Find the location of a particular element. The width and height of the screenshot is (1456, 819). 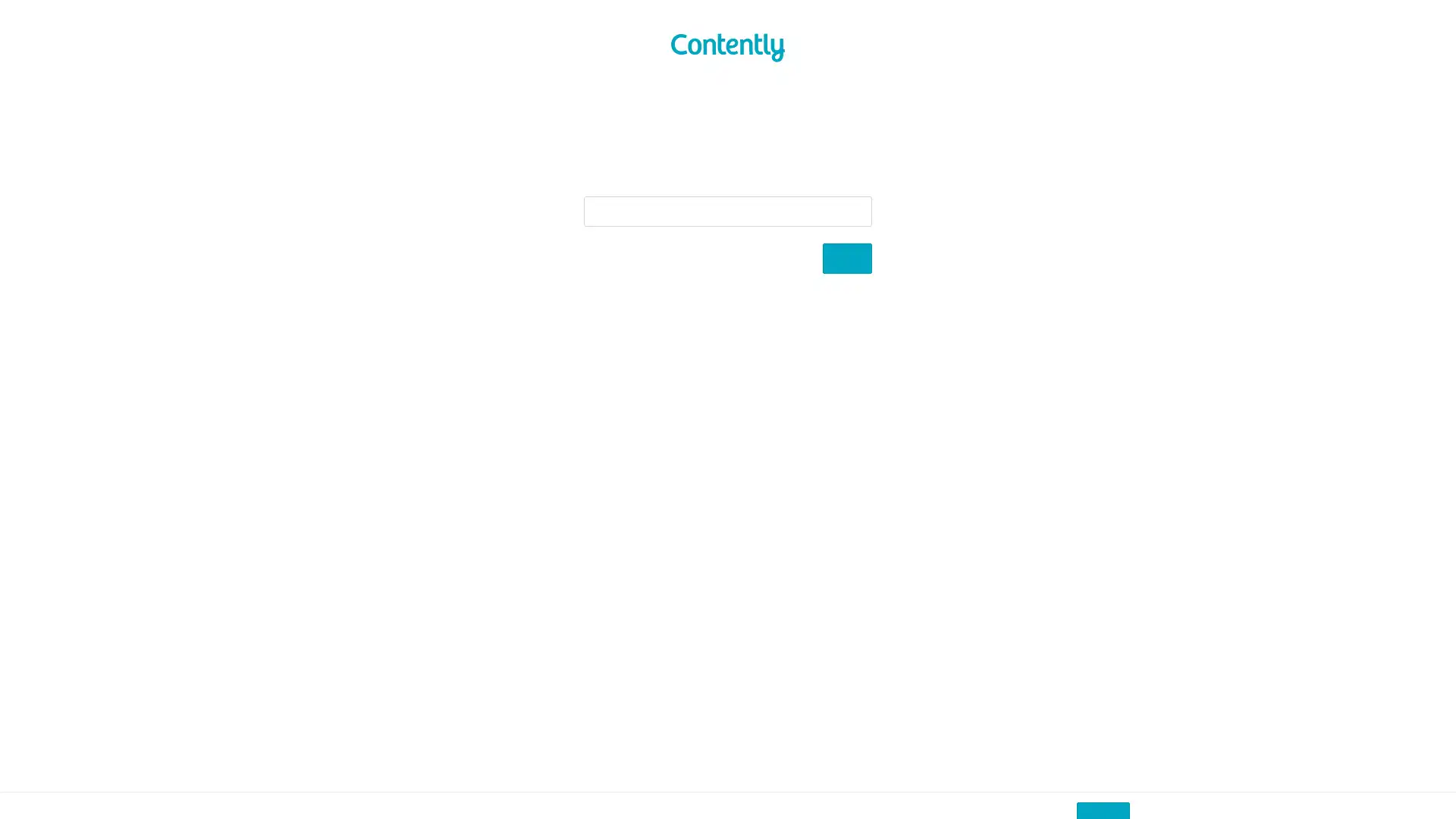

NEXT is located at coordinates (846, 257).